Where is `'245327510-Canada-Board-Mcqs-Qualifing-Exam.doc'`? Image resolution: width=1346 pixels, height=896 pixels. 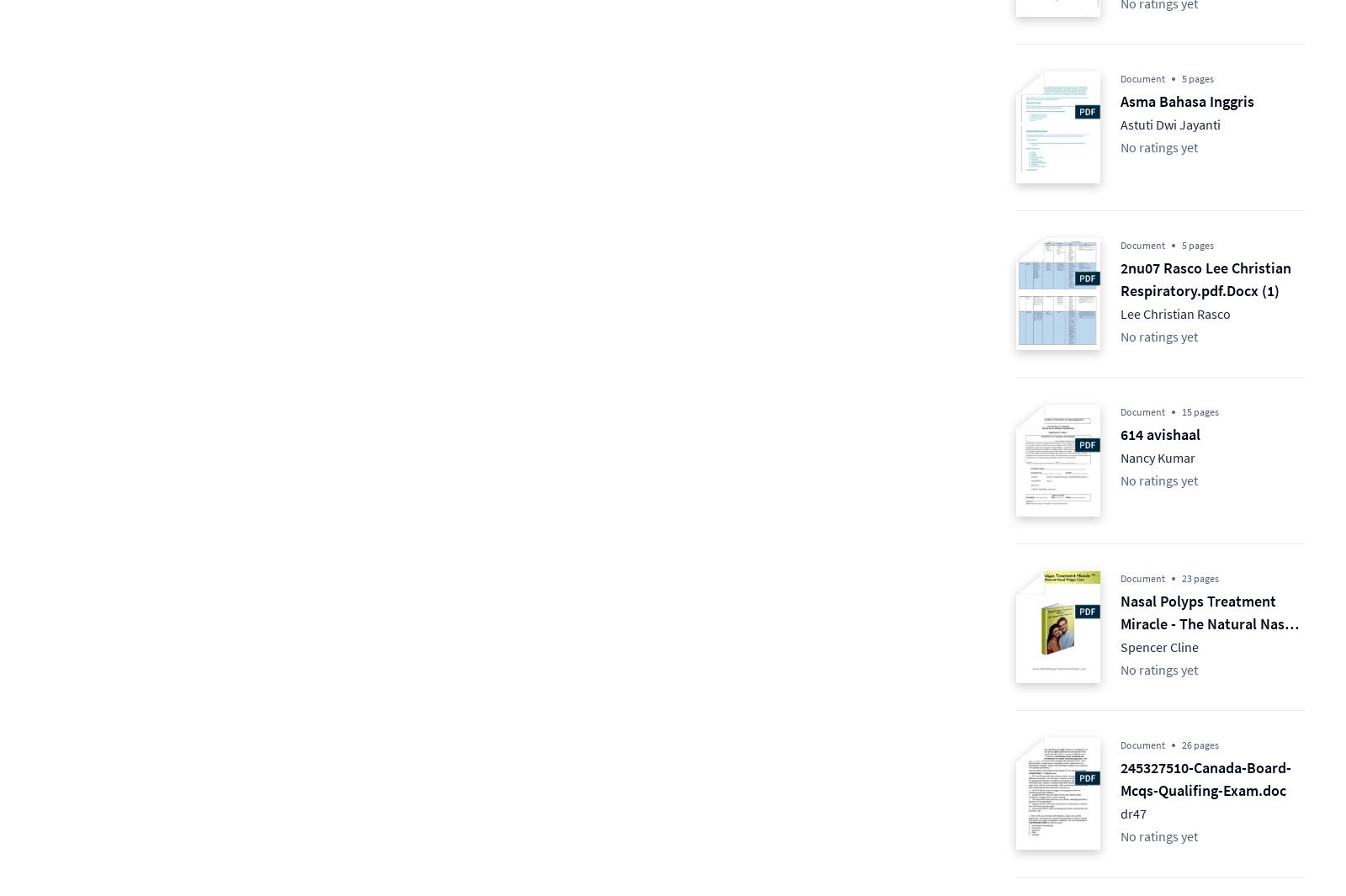 '245327510-Canada-Board-Mcqs-Qualifing-Exam.doc' is located at coordinates (1206, 779).